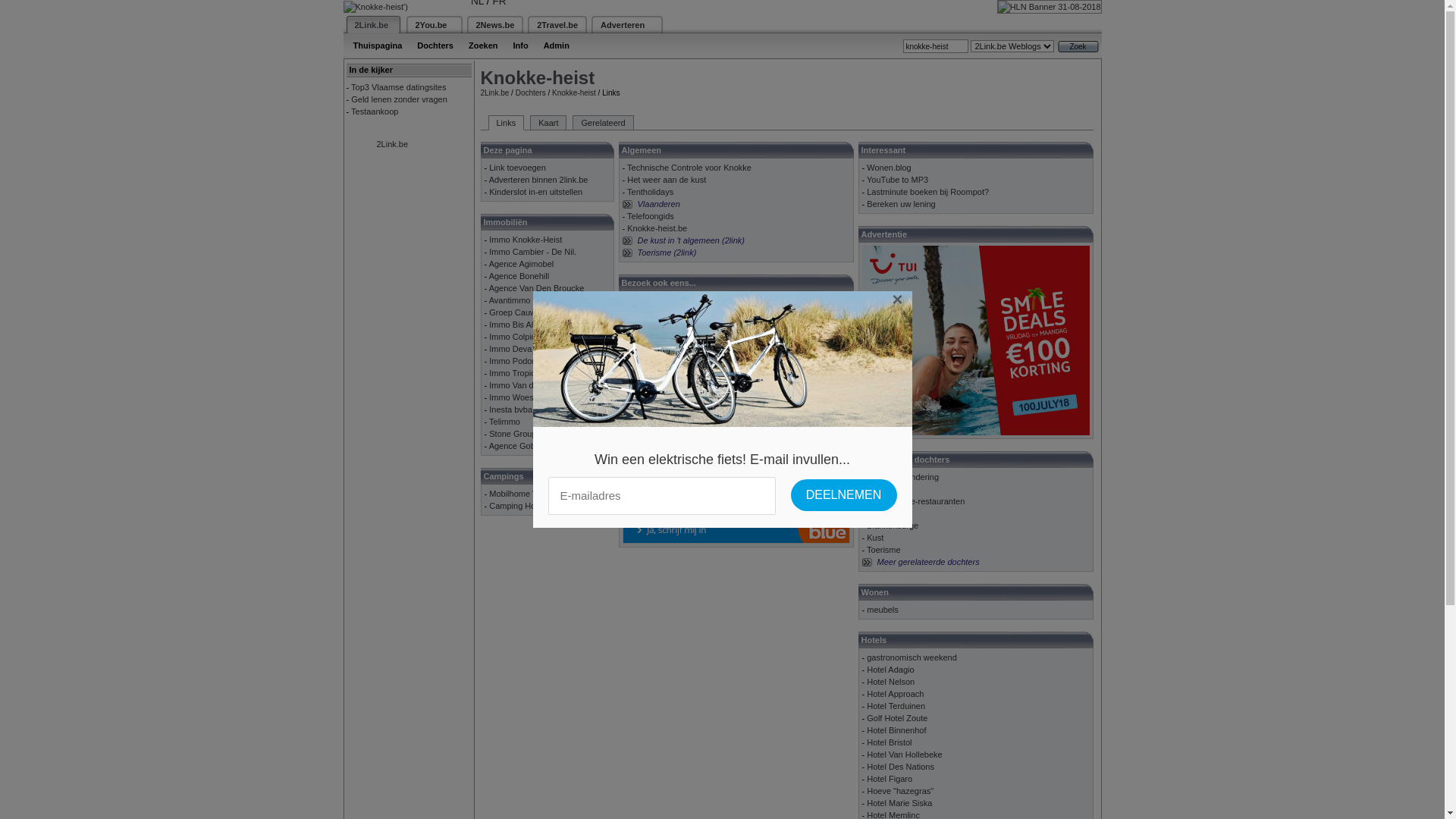 The height and width of the screenshot is (819, 1456). I want to click on 'Thuispagina', so click(378, 45).